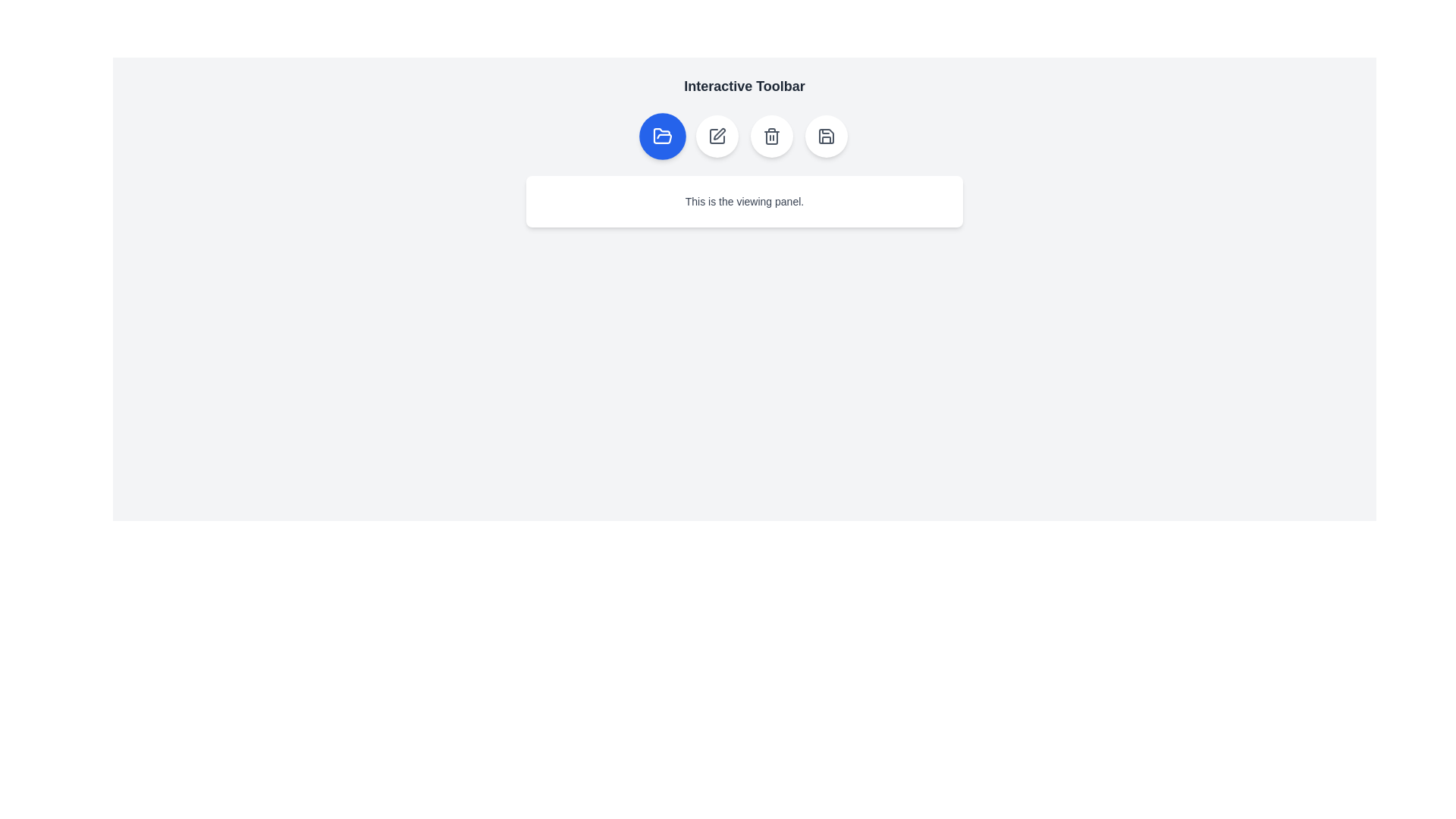  I want to click on the second icon from the left in the horizontal toolbar, which is a square button with a pen symbol indicating edit functionality, to initiate an editing action, so click(716, 136).